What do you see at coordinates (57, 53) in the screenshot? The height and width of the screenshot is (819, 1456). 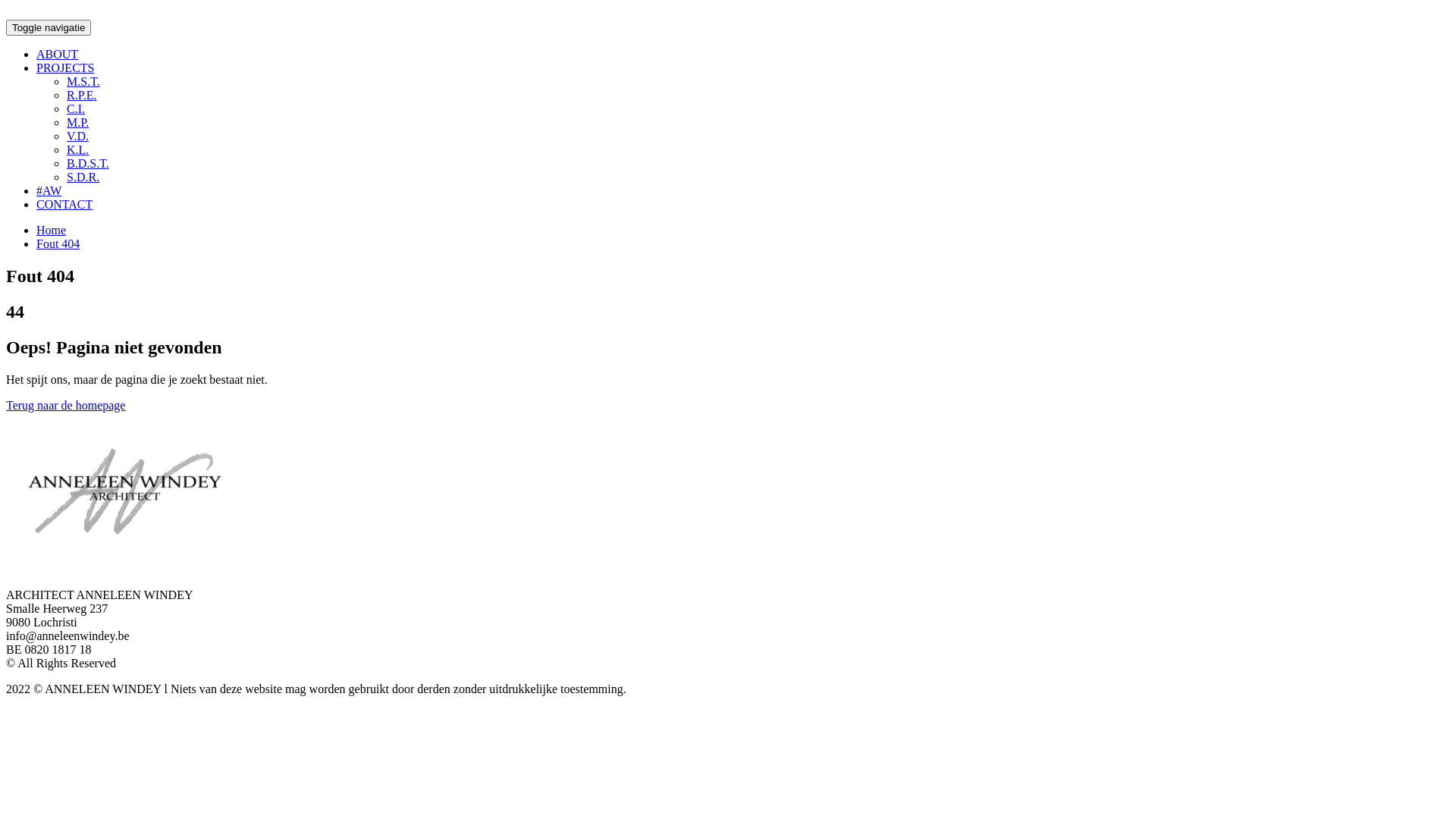 I see `'ABOUT'` at bounding box center [57, 53].